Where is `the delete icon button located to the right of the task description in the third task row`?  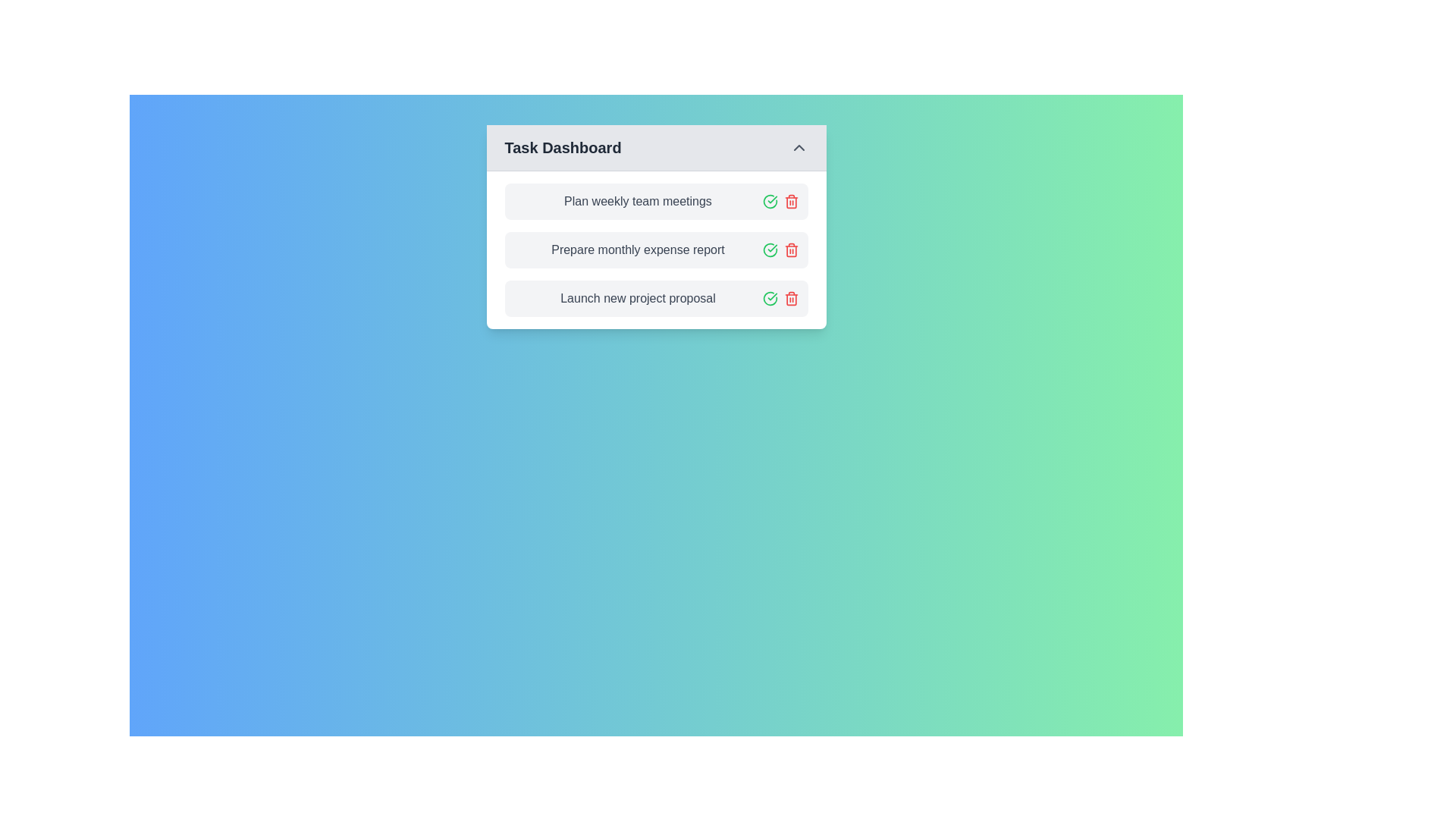
the delete icon button located to the right of the task description in the third task row is located at coordinates (790, 201).